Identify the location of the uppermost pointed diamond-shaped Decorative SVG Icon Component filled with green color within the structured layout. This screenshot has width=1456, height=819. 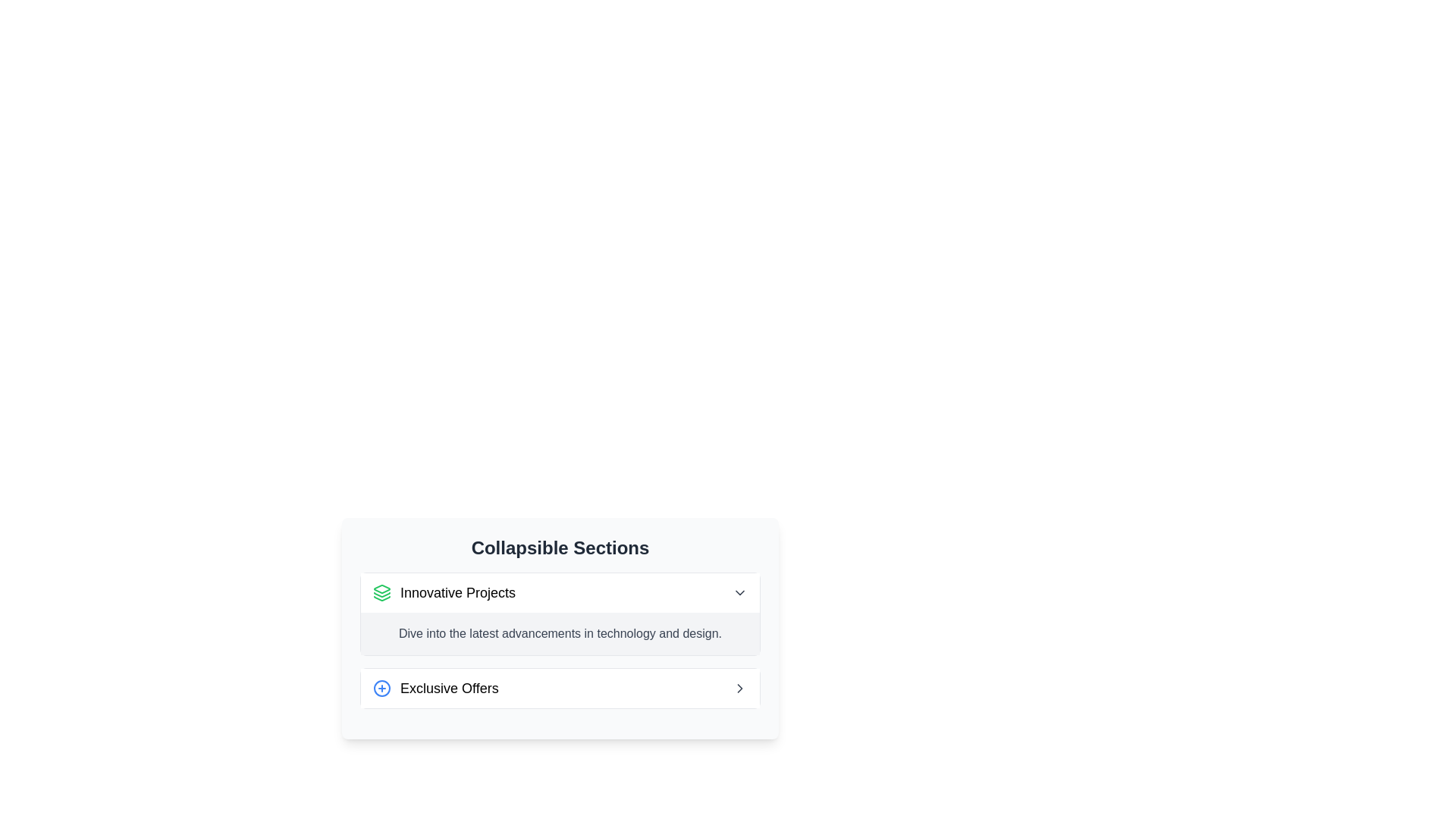
(382, 588).